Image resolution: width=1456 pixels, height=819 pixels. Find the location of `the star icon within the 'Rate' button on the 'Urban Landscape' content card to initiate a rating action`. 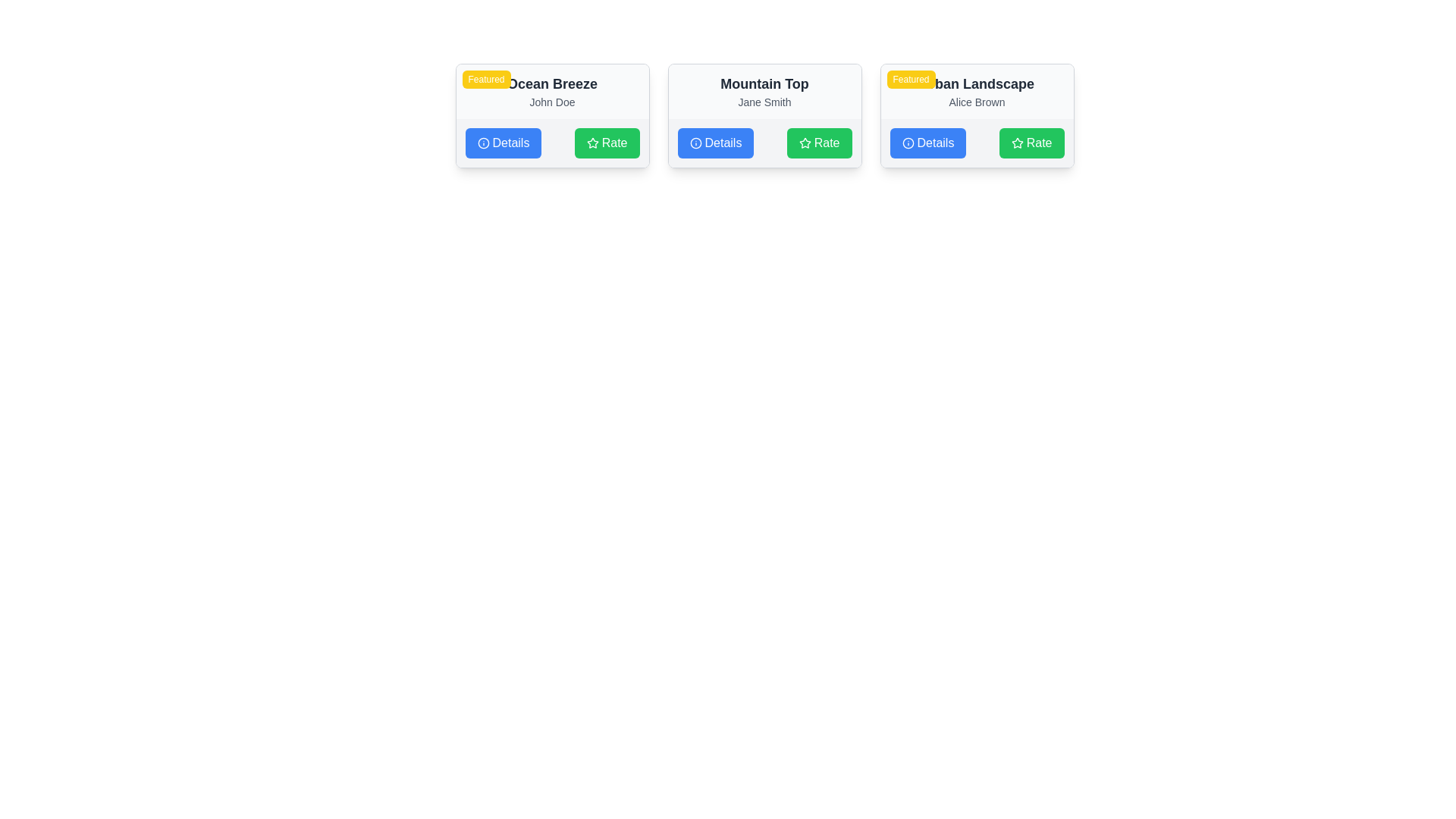

the star icon within the 'Rate' button on the 'Urban Landscape' content card to initiate a rating action is located at coordinates (1017, 143).